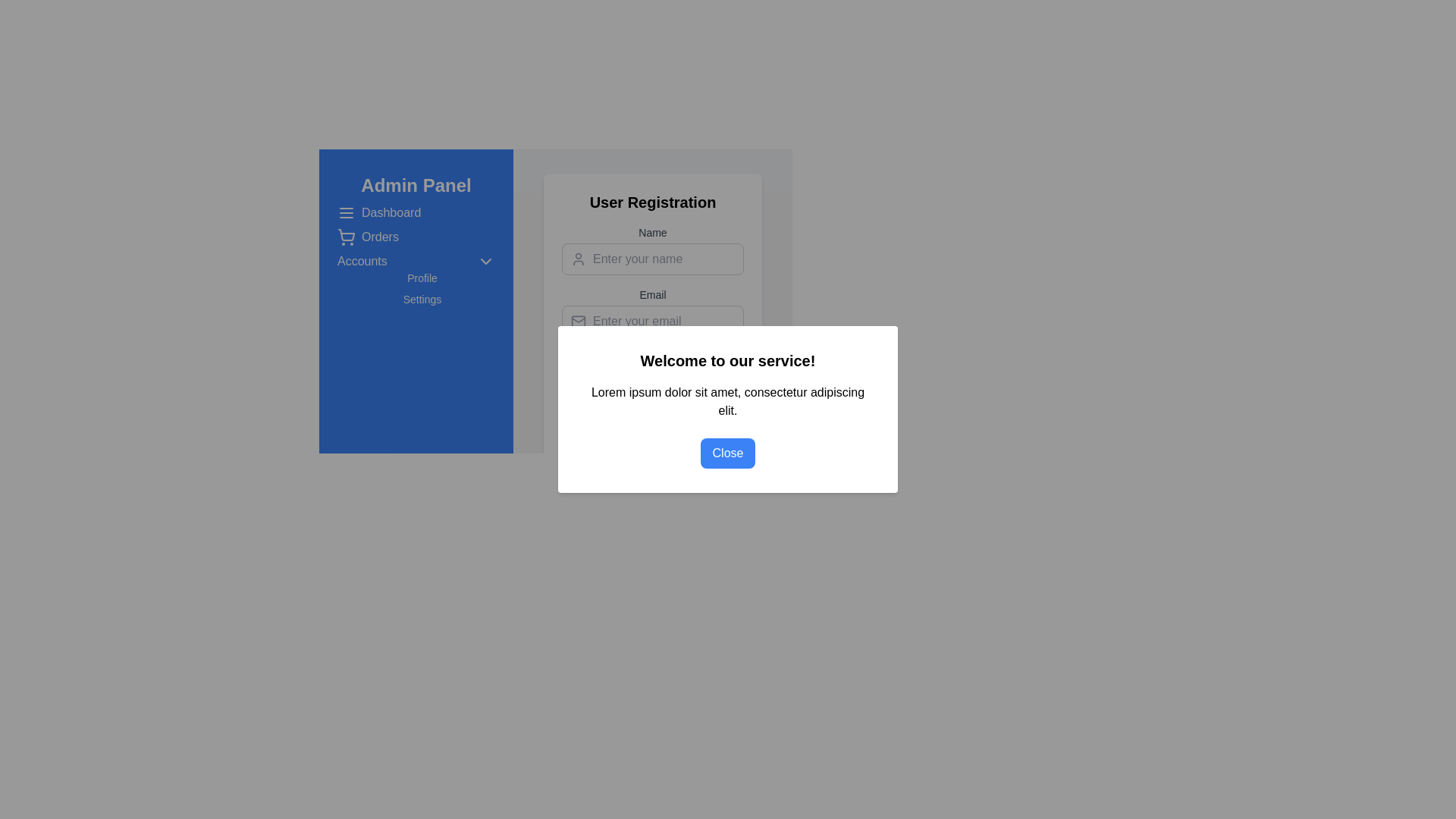 The width and height of the screenshot is (1456, 819). I want to click on the 'Profile' text link located below the 'Accounts' dropdown in the side navigation panel, so click(416, 280).